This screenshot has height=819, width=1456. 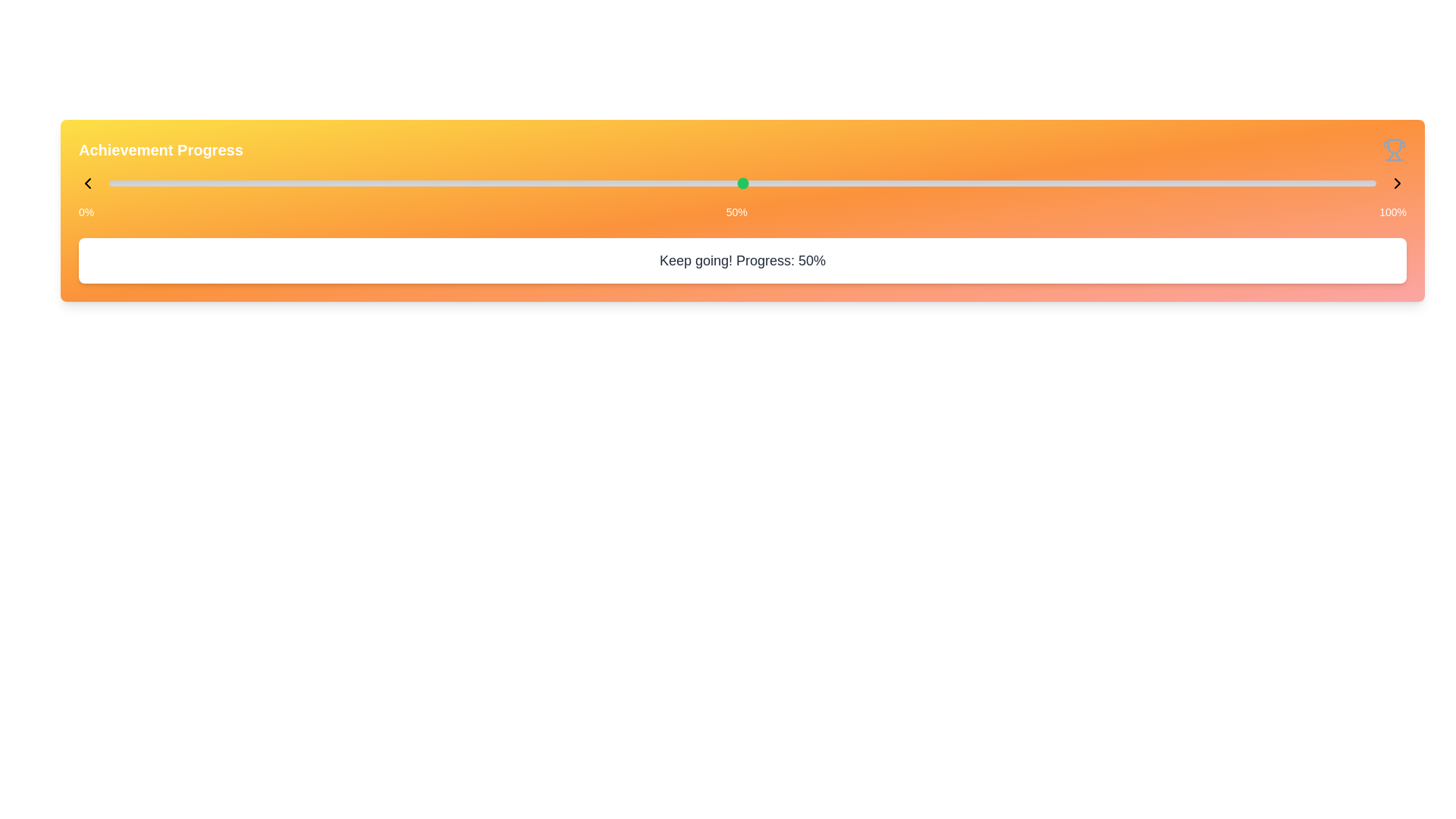 What do you see at coordinates (1397, 183) in the screenshot?
I see `the chevron or arrow icon located at the far right end of the progress bar, which indicates navigation or progression functionality` at bounding box center [1397, 183].